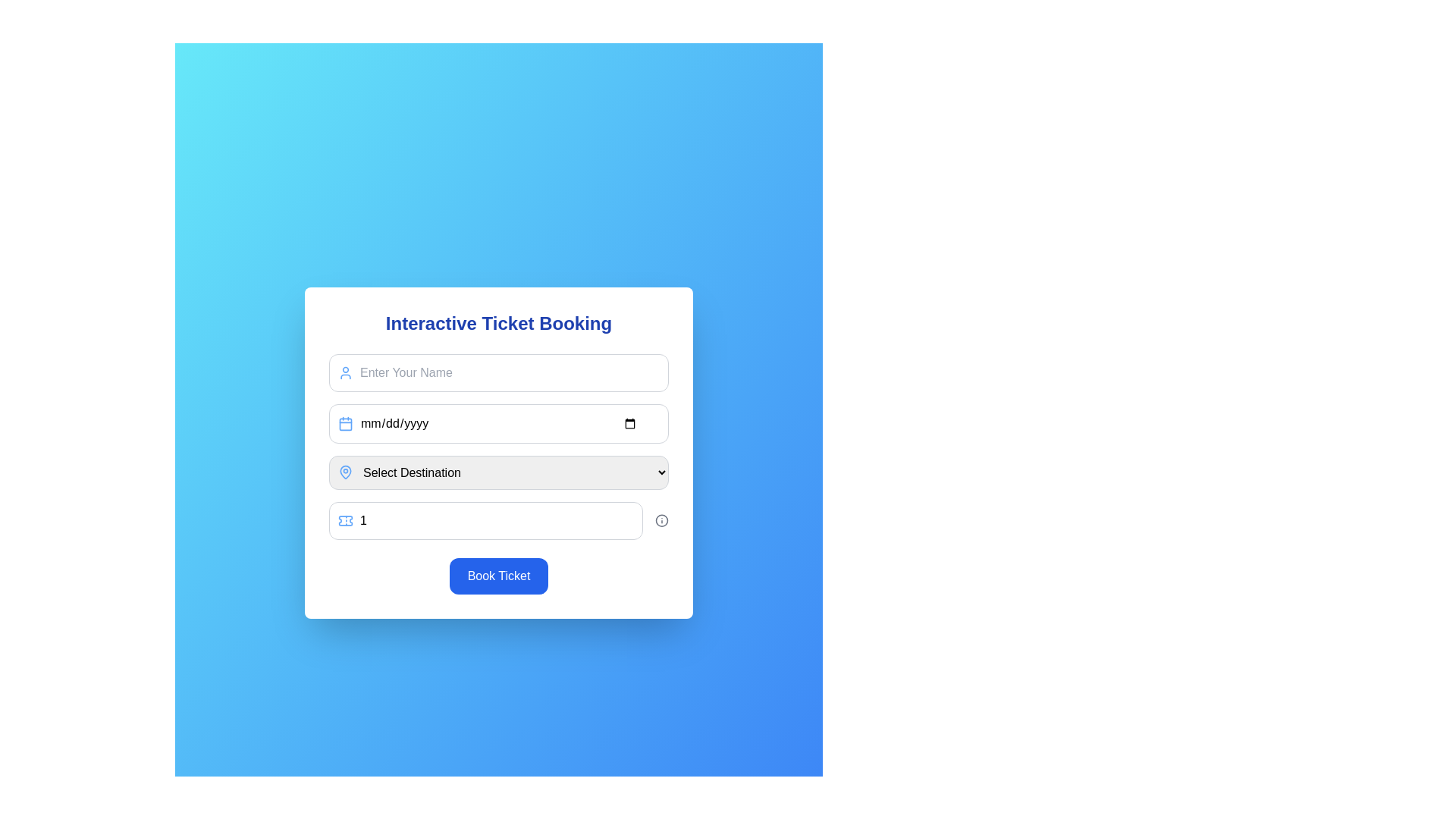 The width and height of the screenshot is (1456, 819). What do you see at coordinates (345, 519) in the screenshot?
I see `the decorative icon indicating ticket count, located to the far left of the numerical input field in the booking interface` at bounding box center [345, 519].